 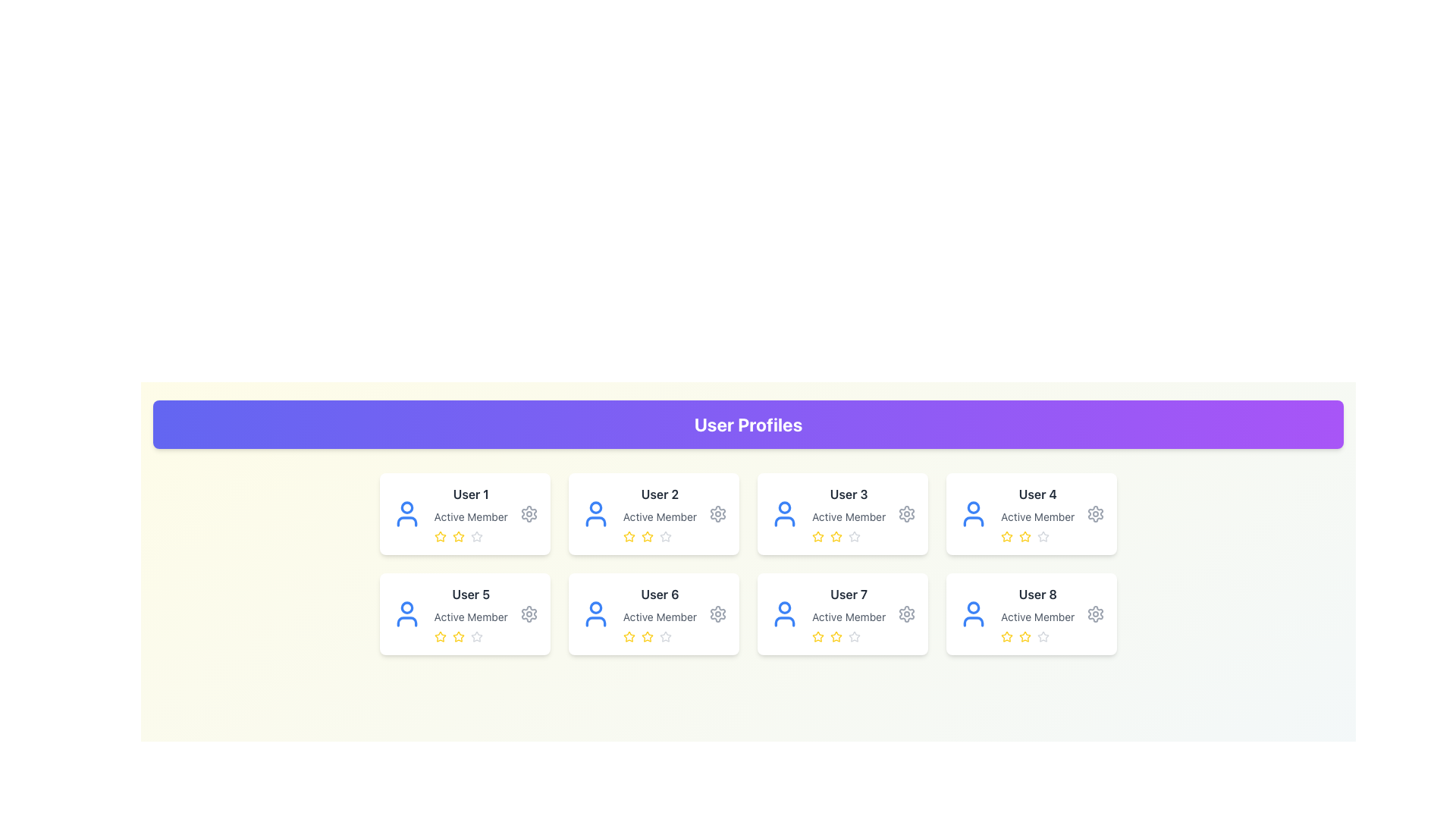 What do you see at coordinates (1096, 513) in the screenshot?
I see `the settings icon located at the top-right corner of the 'User 4' profile card` at bounding box center [1096, 513].